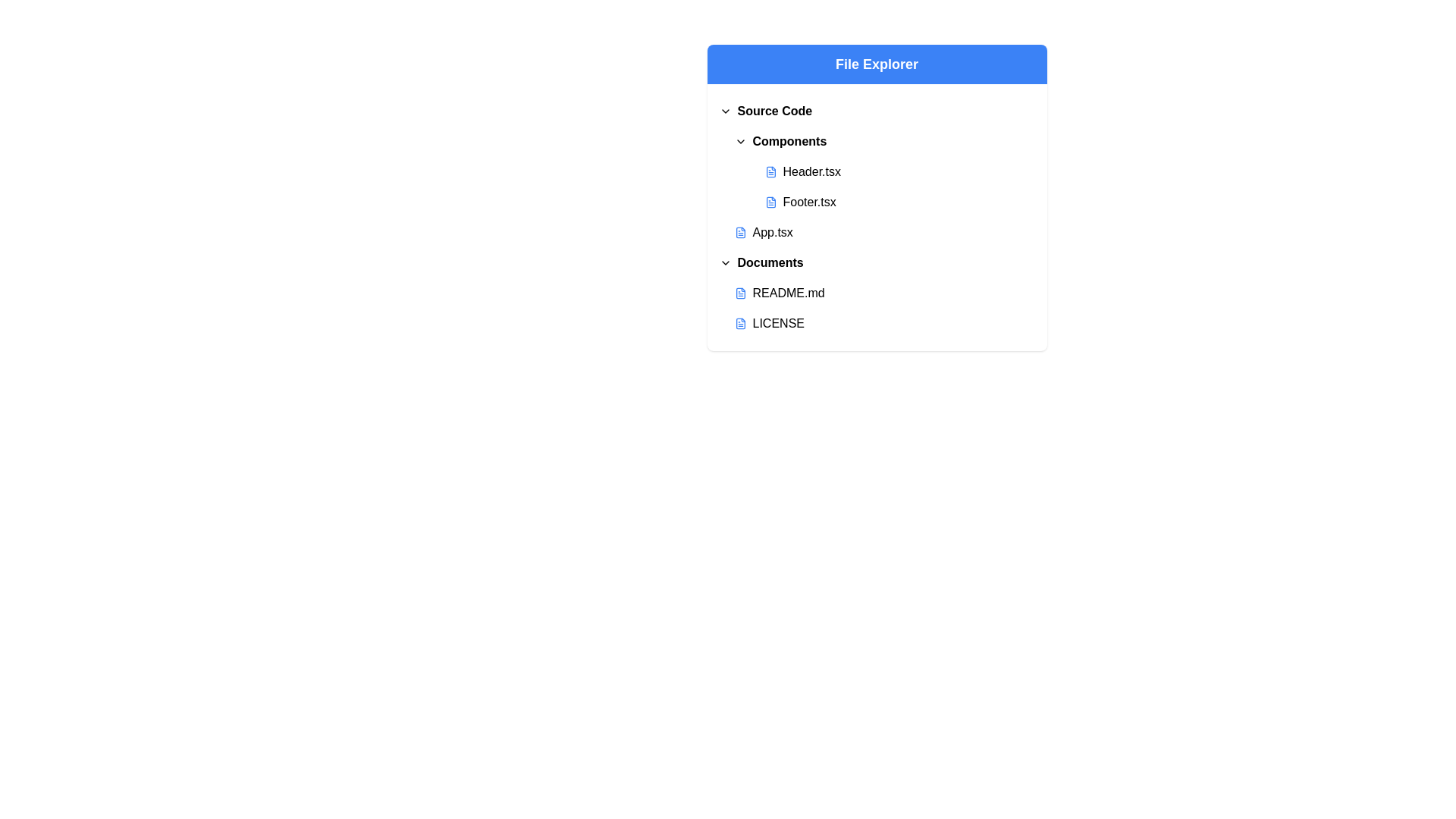  I want to click on the 'Components' collapsible folder node in the file explorer, so click(884, 141).